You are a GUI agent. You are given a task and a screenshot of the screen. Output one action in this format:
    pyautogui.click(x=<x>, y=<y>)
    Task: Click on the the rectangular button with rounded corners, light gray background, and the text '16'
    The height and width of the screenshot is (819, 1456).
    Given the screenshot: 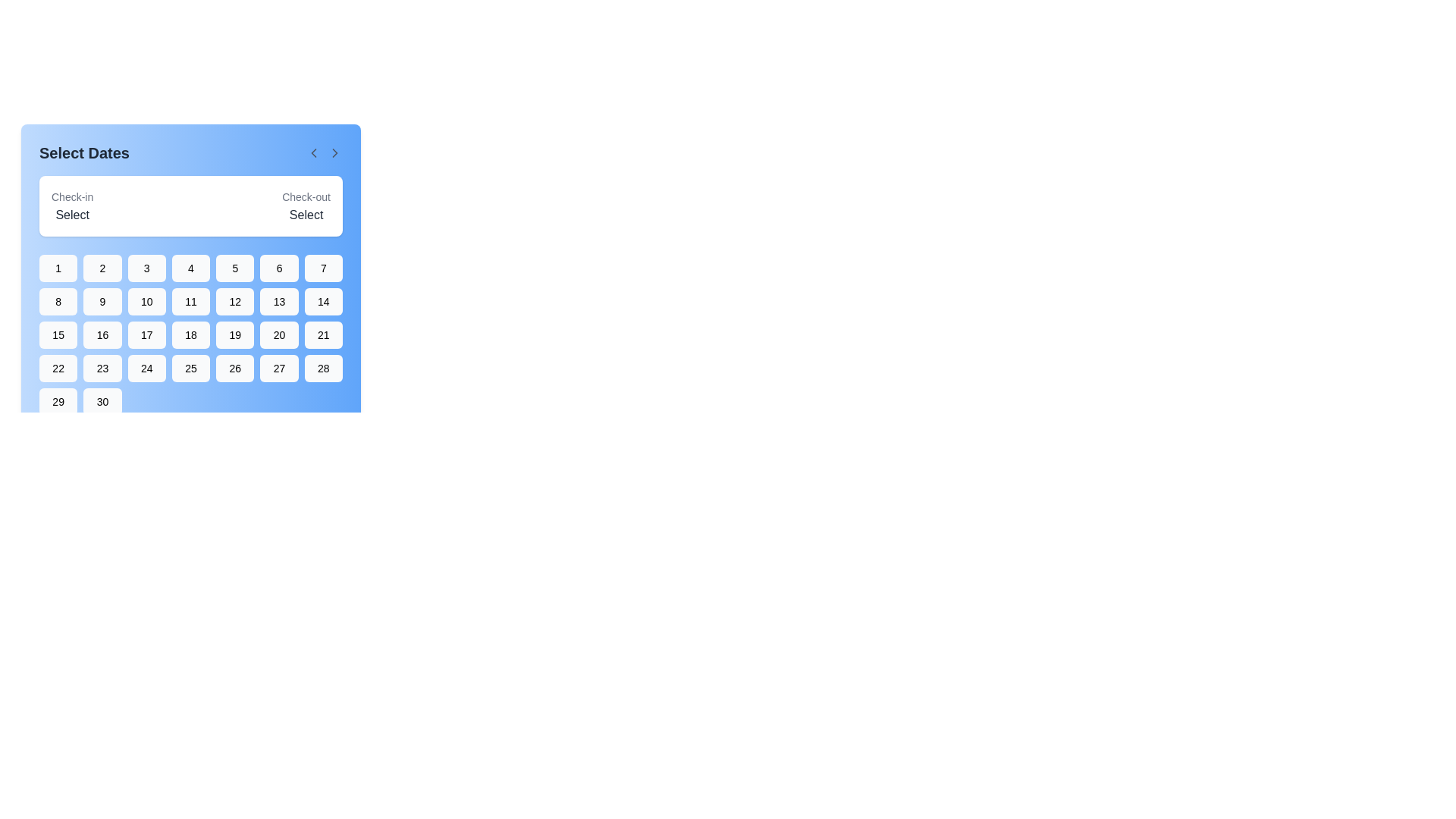 What is the action you would take?
    pyautogui.click(x=102, y=334)
    